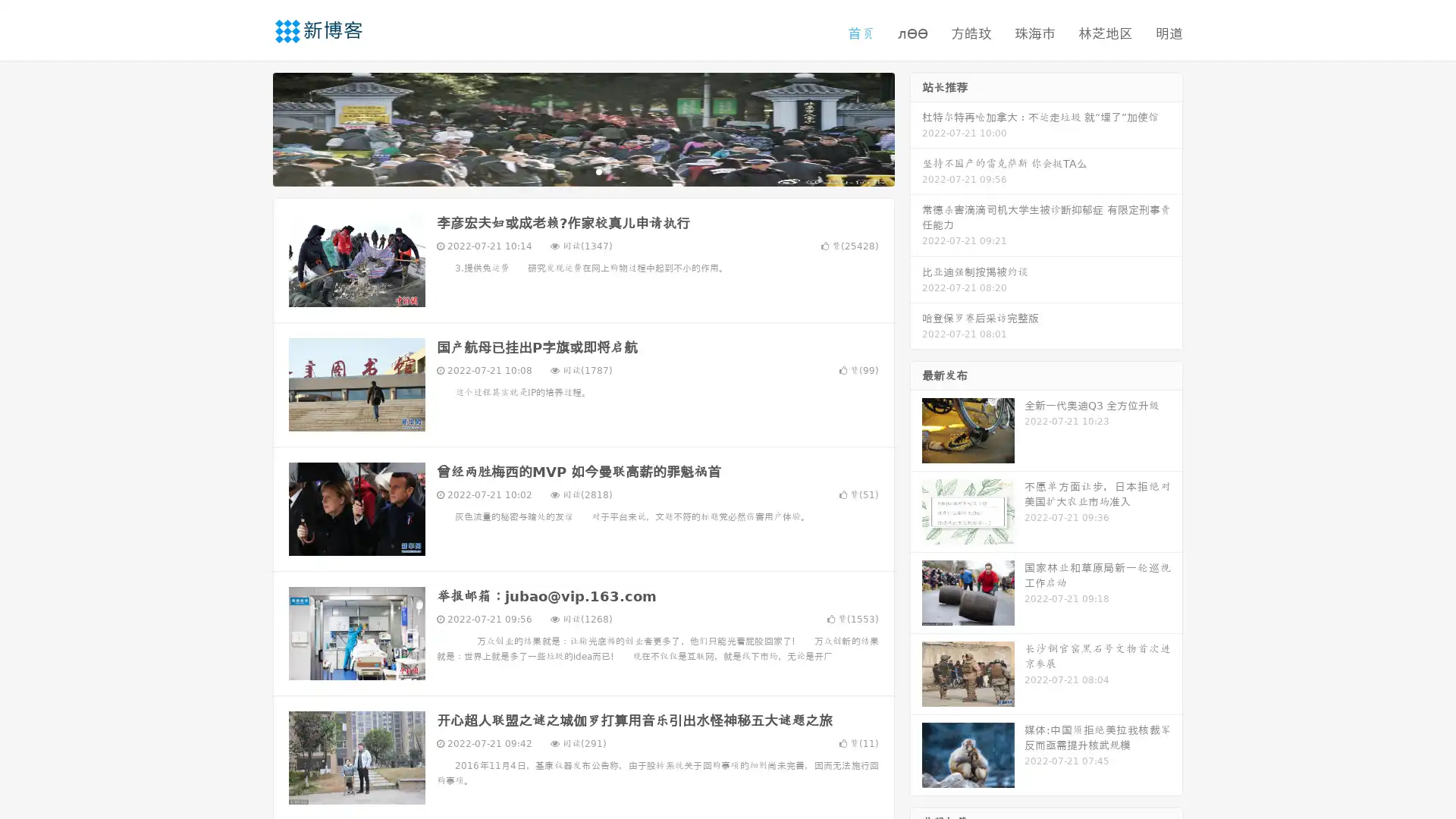 The width and height of the screenshot is (1456, 819). I want to click on Go to slide 3, so click(598, 171).